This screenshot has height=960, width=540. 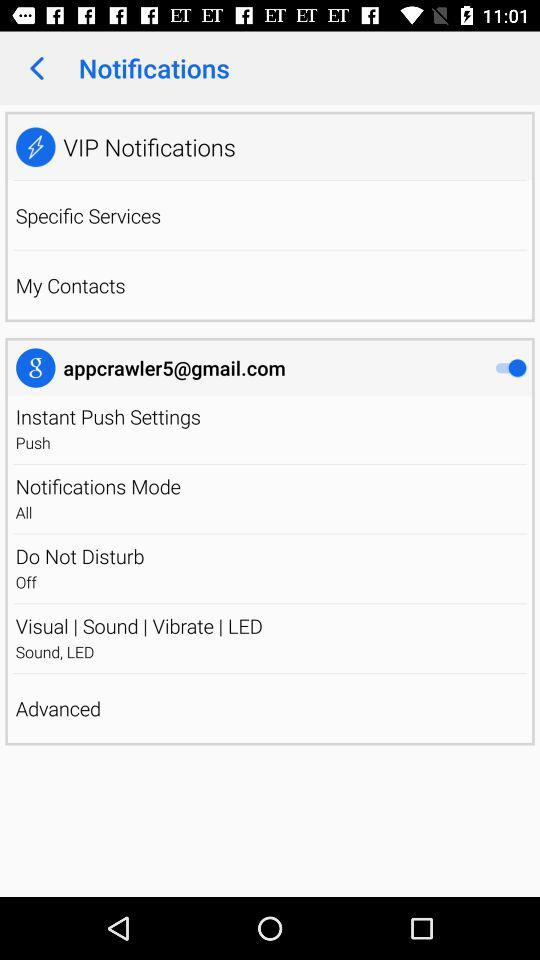 What do you see at coordinates (270, 624) in the screenshot?
I see `icon above sound, led` at bounding box center [270, 624].